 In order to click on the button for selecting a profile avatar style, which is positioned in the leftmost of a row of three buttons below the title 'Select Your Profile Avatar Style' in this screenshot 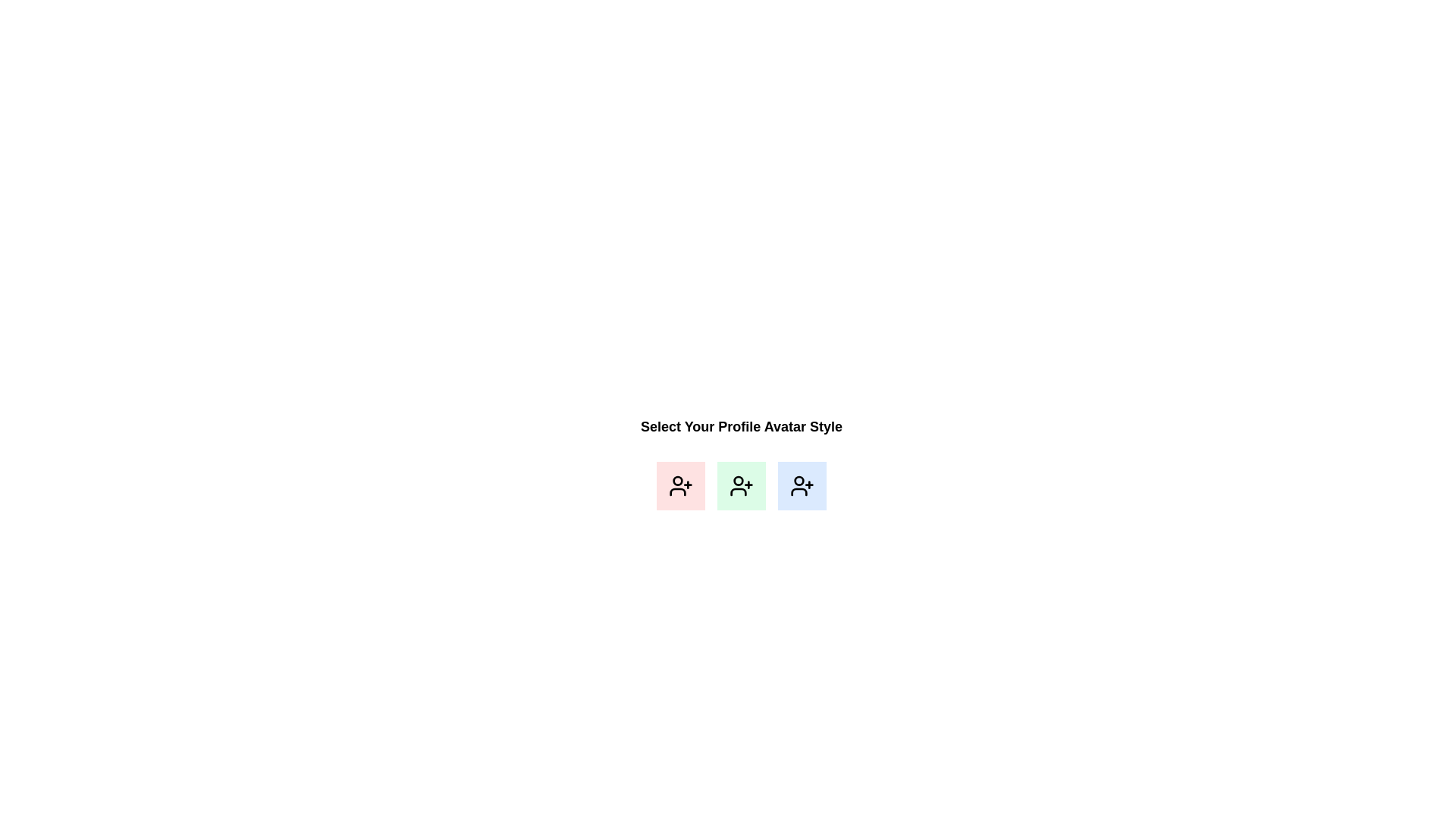, I will do `click(679, 485)`.